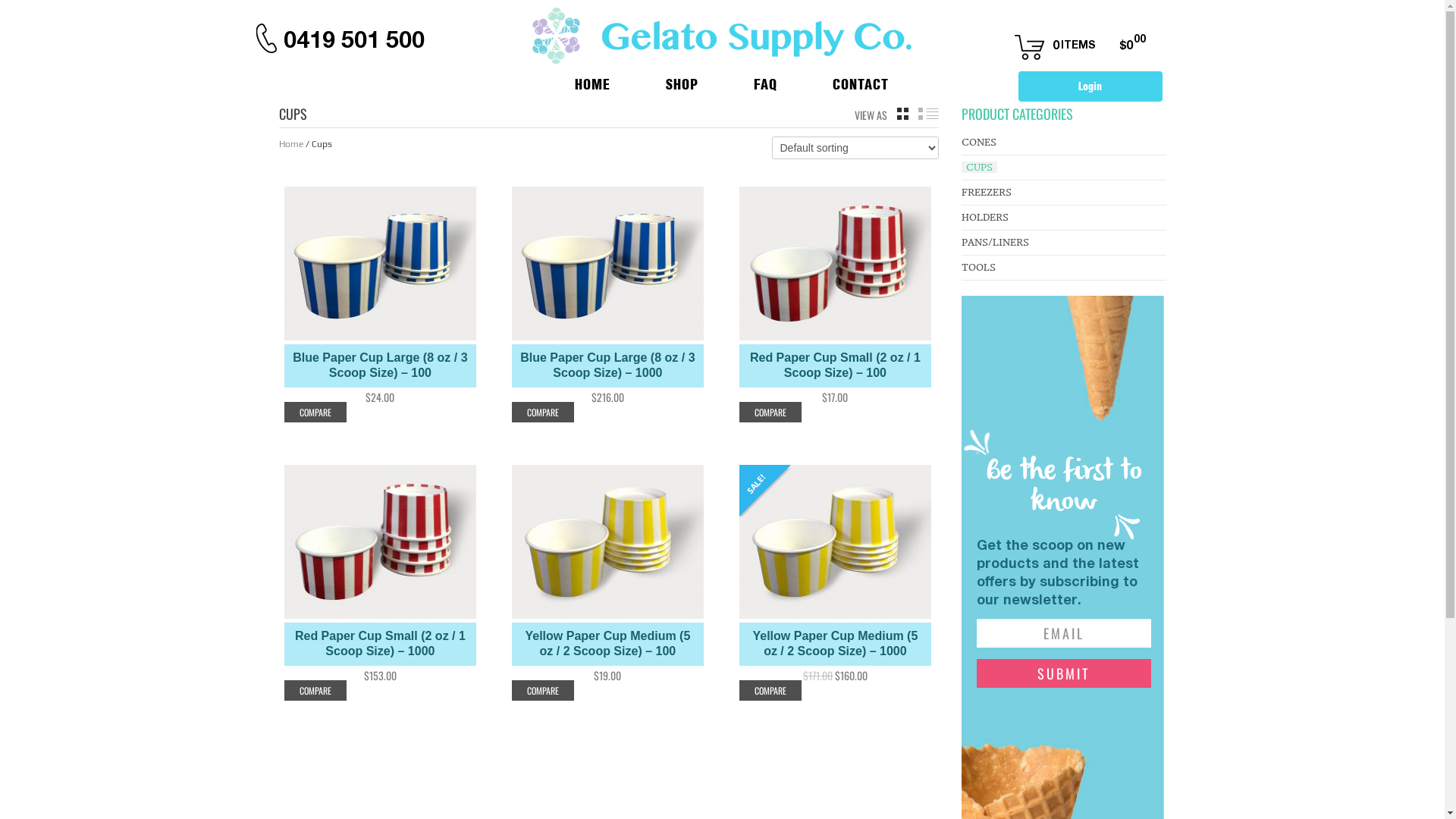 The width and height of the screenshot is (1456, 819). Describe the element at coordinates (902, 113) in the screenshot. I see `'GRID'` at that location.